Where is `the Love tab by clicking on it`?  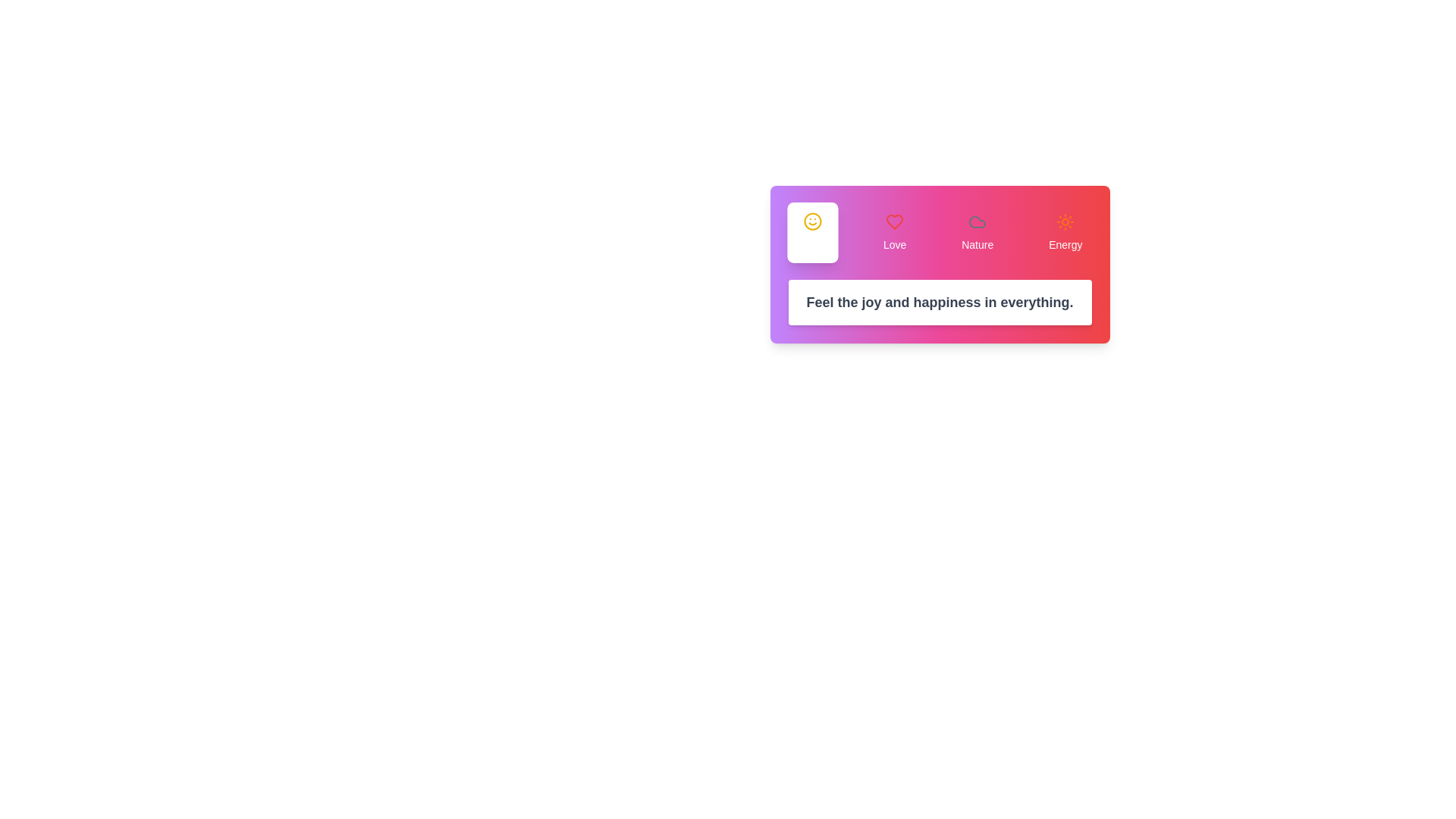
the Love tab by clicking on it is located at coordinates (895, 233).